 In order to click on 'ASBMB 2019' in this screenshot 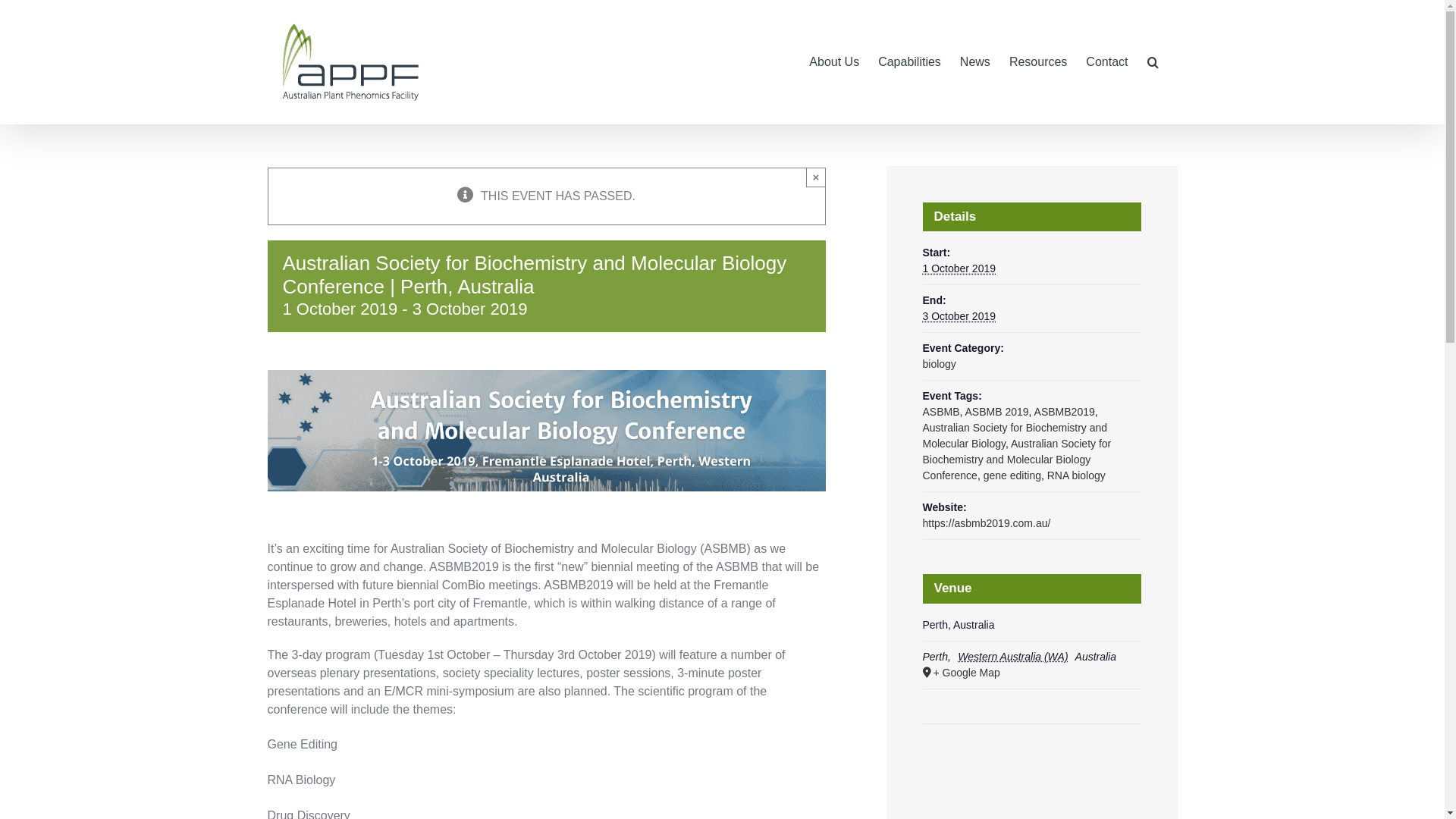, I will do `click(997, 412)`.